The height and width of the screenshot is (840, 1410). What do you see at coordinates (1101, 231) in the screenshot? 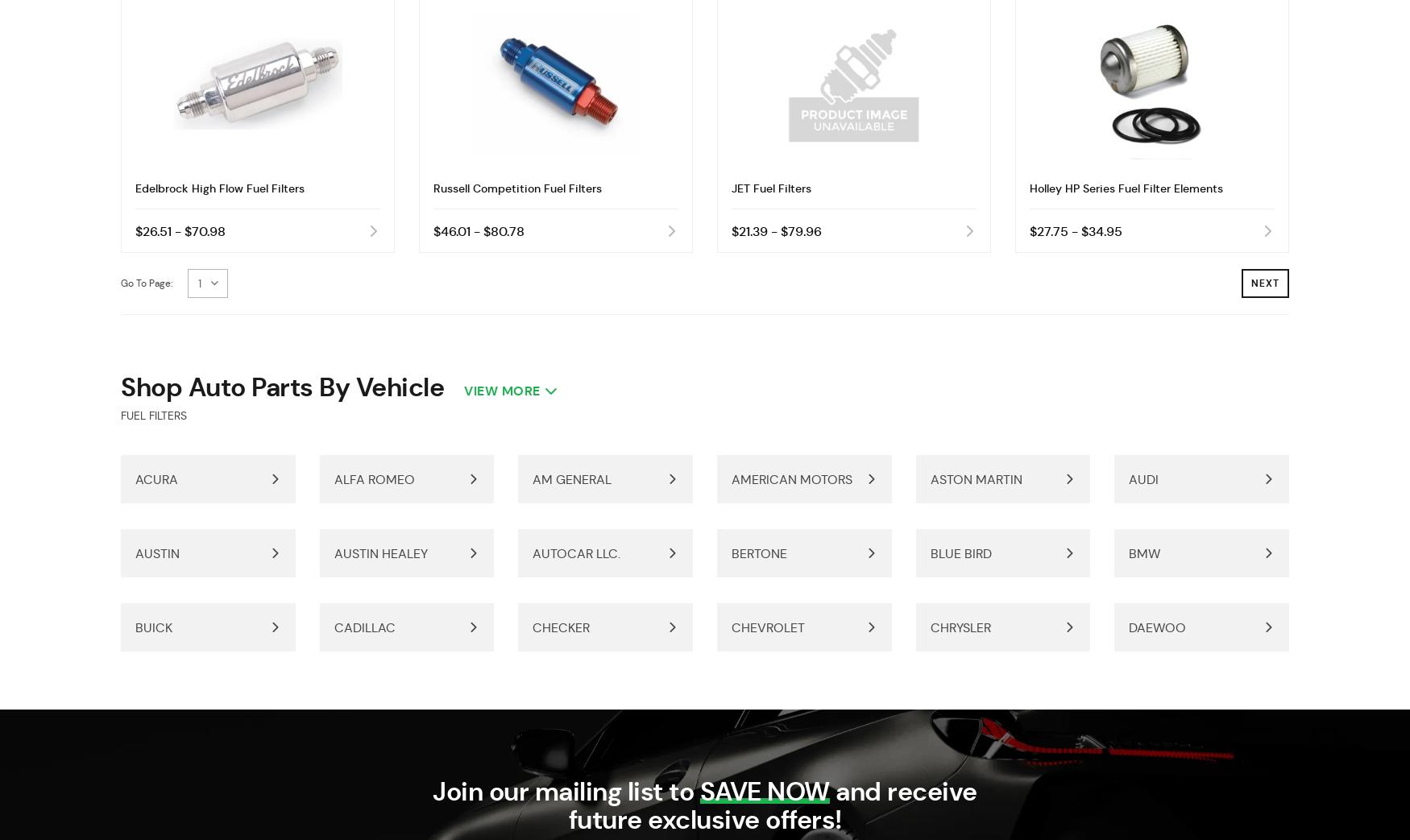
I see `'$34.95'` at bounding box center [1101, 231].